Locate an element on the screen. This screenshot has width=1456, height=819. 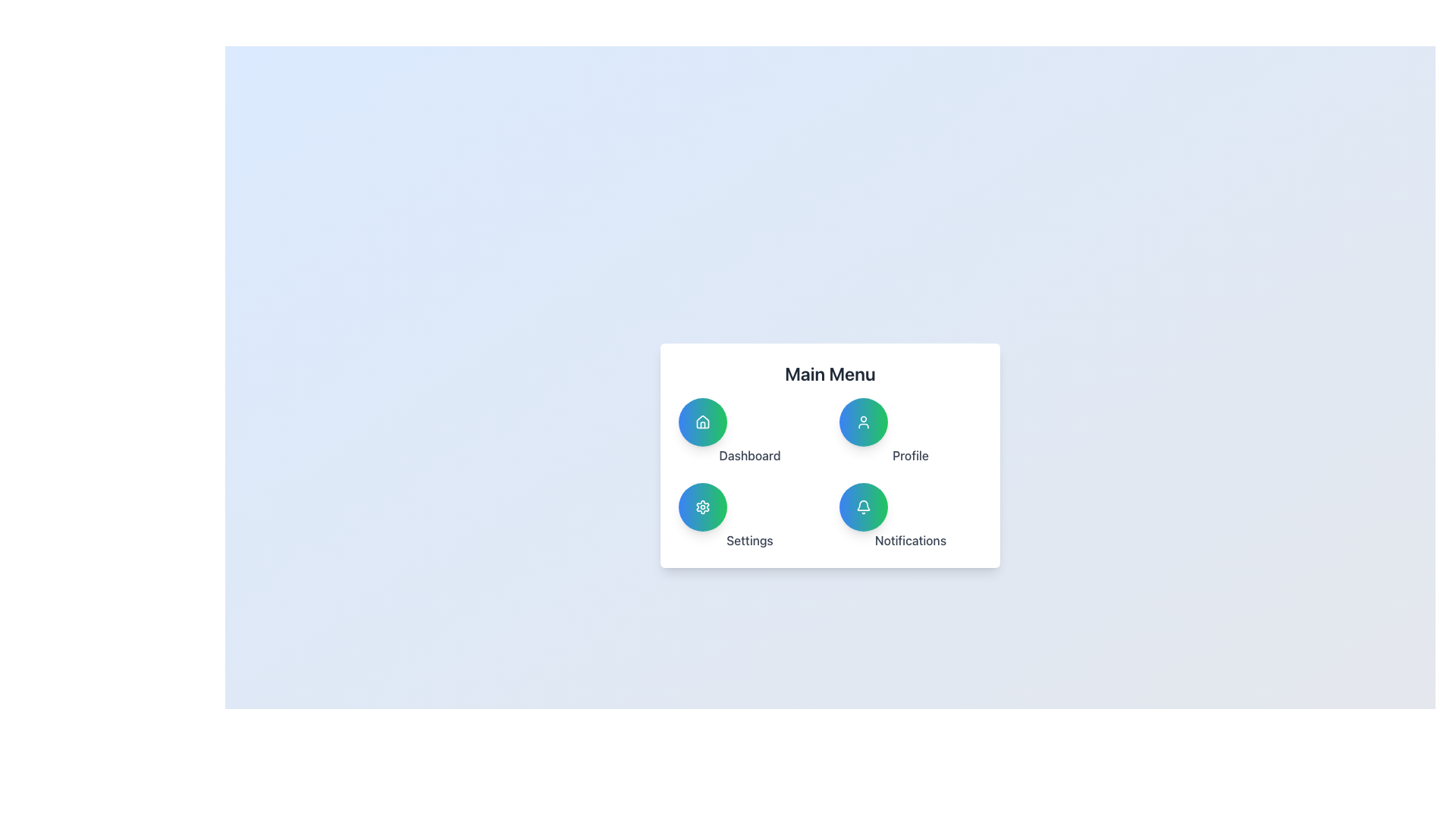
the user profile label in the 'Profile Edit Your Profile Details' section of the settings menu, located below the user profile icon and adjacent to 'Dashboard' and 'Notifications' is located at coordinates (910, 455).